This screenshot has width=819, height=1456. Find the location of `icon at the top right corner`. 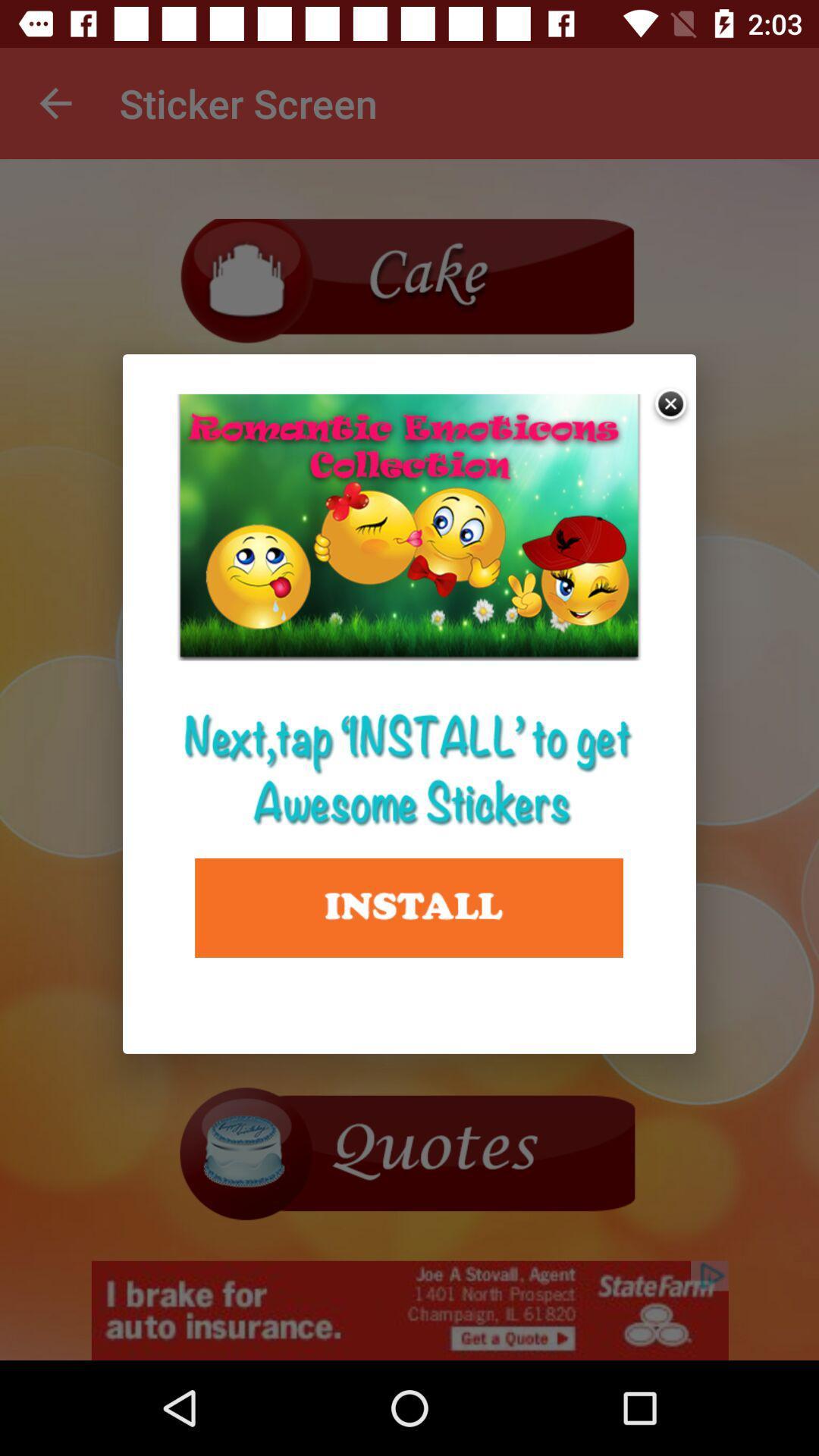

icon at the top right corner is located at coordinates (671, 406).